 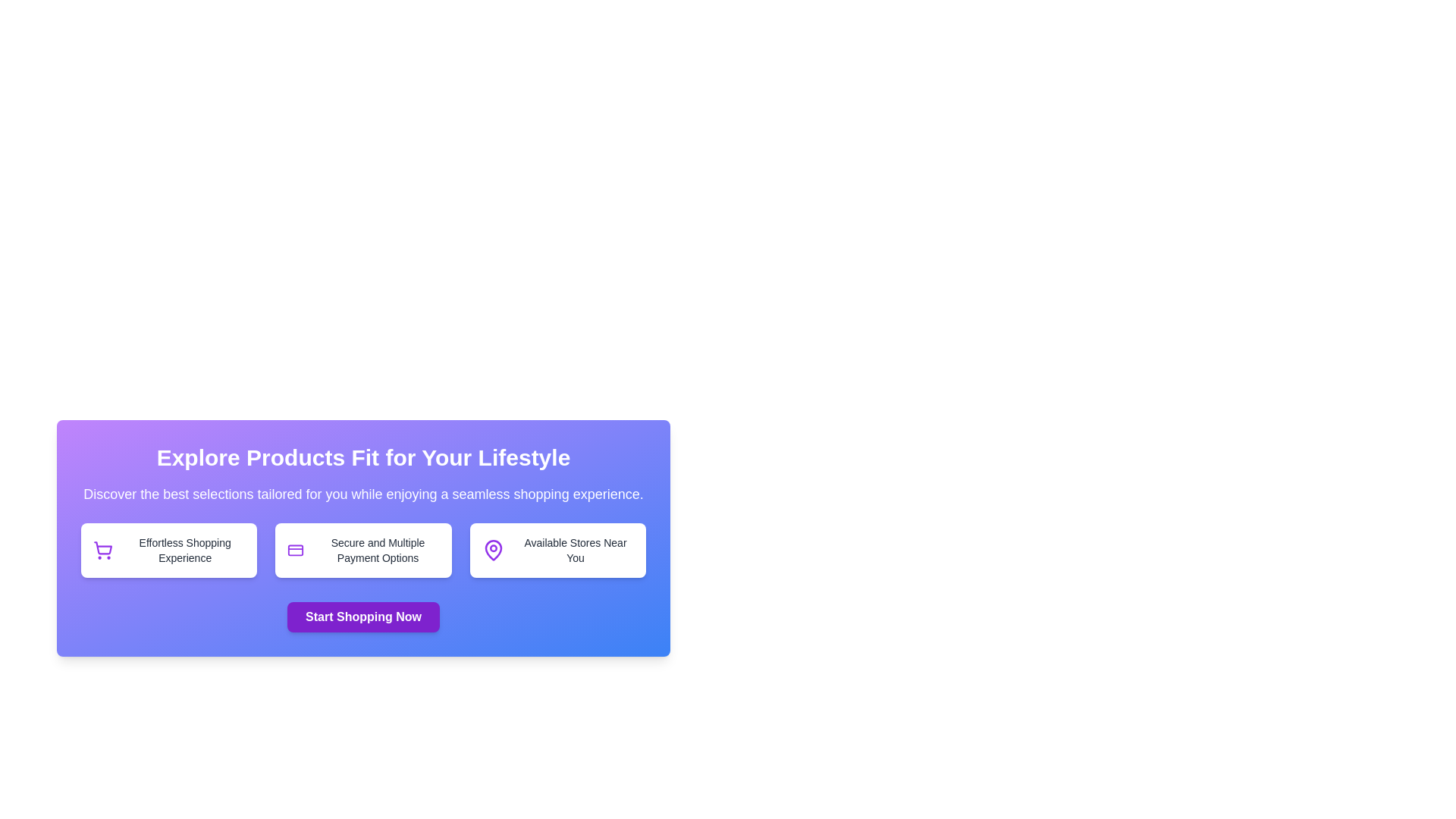 What do you see at coordinates (493, 550) in the screenshot?
I see `the location pin icon, which is a purple outlined SVG shape representing a map's pin, located on the rightmost card in a row of three cards at the bottom of the interface` at bounding box center [493, 550].